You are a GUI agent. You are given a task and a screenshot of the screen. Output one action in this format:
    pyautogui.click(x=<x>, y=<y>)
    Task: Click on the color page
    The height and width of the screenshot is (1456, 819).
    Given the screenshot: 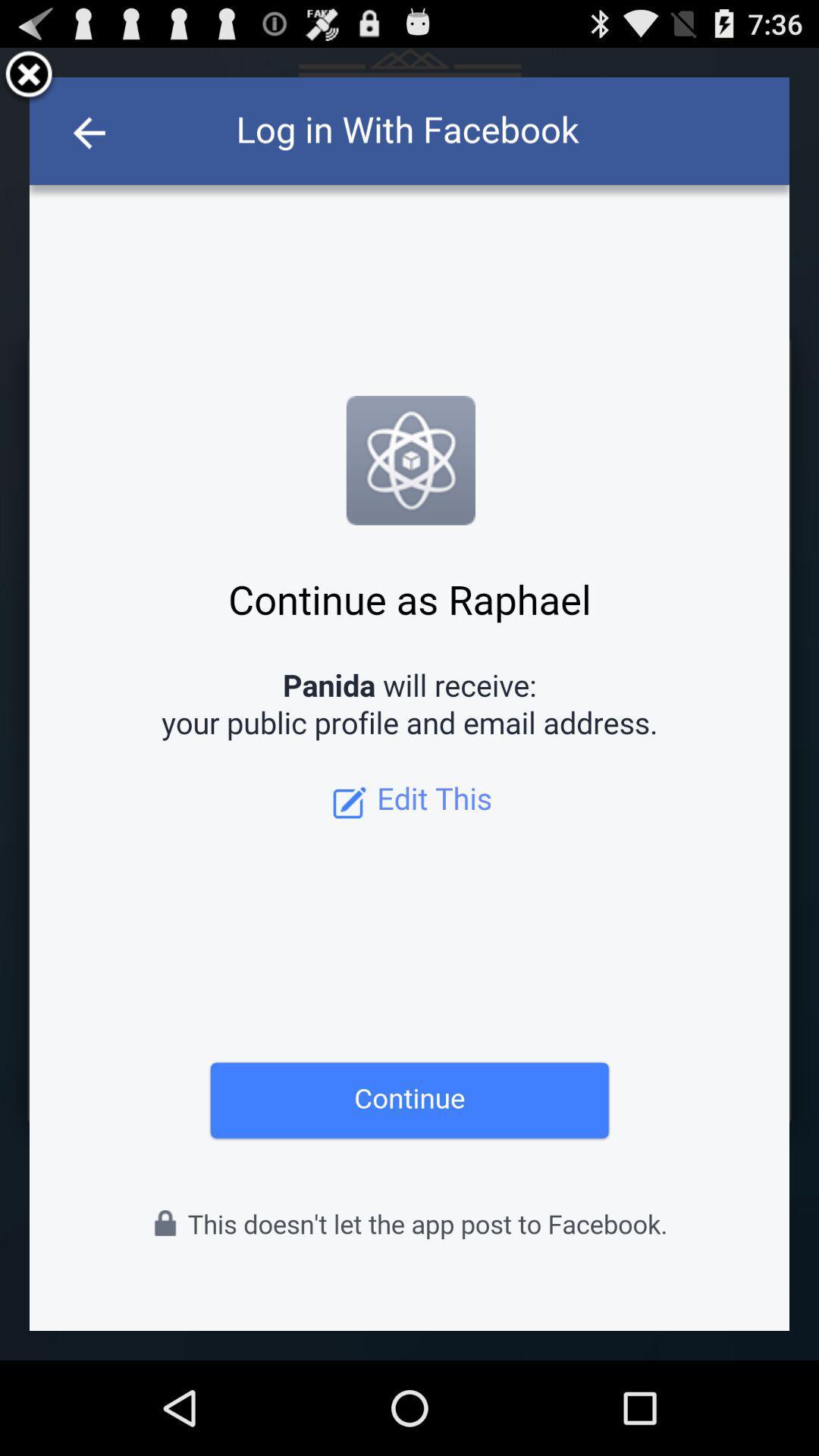 What is the action you would take?
    pyautogui.click(x=409, y=703)
    